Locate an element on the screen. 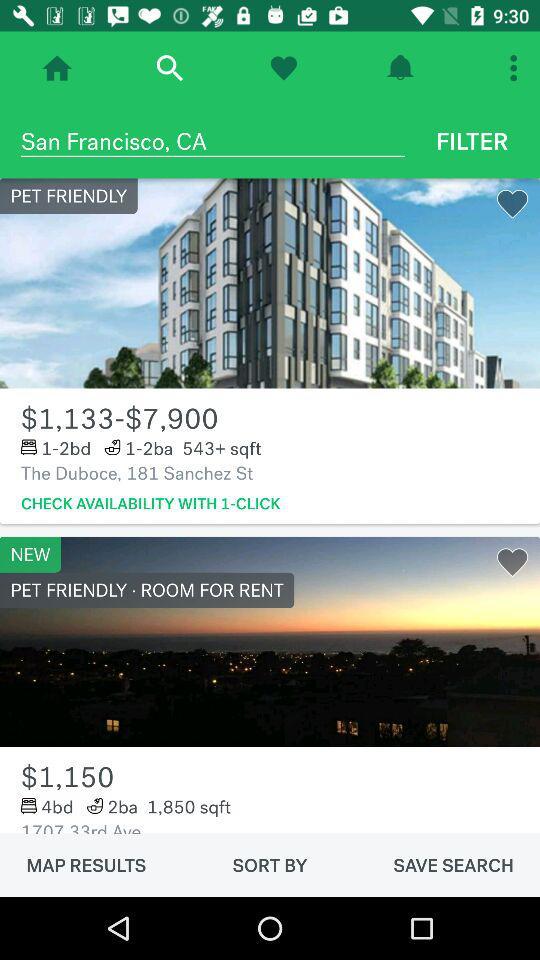 The width and height of the screenshot is (540, 960). shows favorited items is located at coordinates (282, 68).